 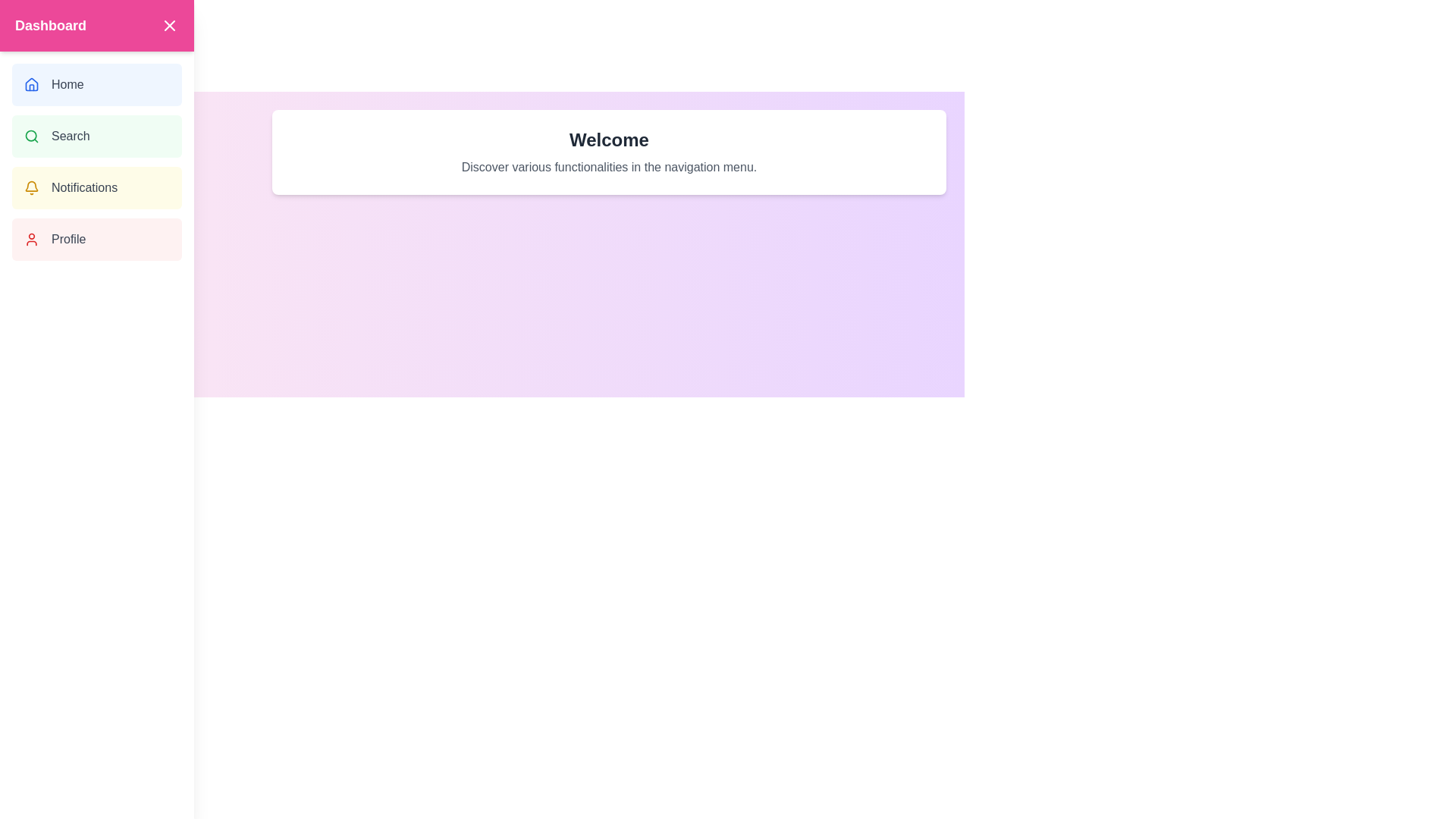 What do you see at coordinates (32, 84) in the screenshot?
I see `the small blue house-shaped SVG icon located on the 'Home' button in the vertical navigation sidebar to associate it with the 'Home' label functionality` at bounding box center [32, 84].